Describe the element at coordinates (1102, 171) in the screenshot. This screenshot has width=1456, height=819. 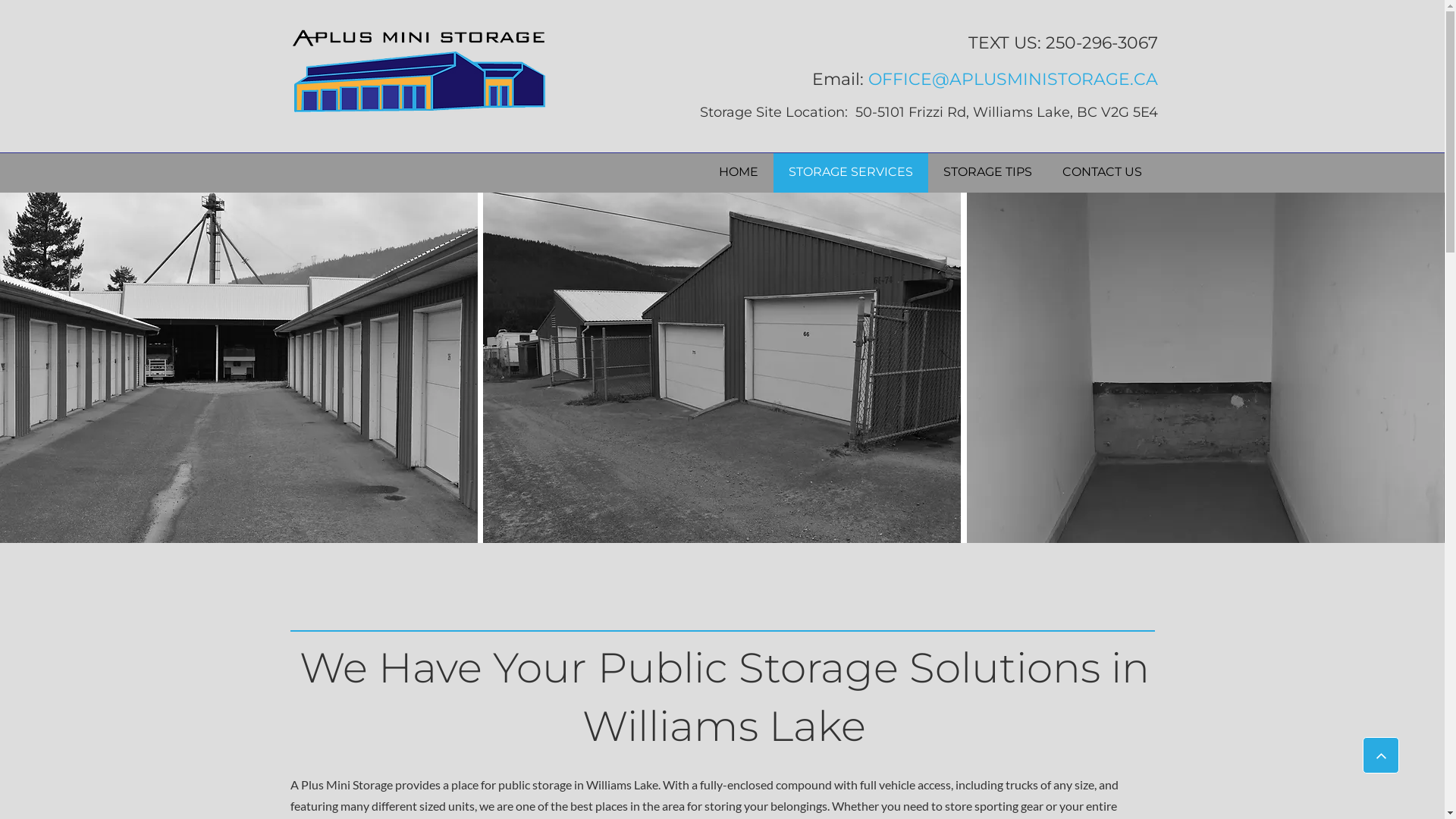
I see `'CONTACT US'` at that location.